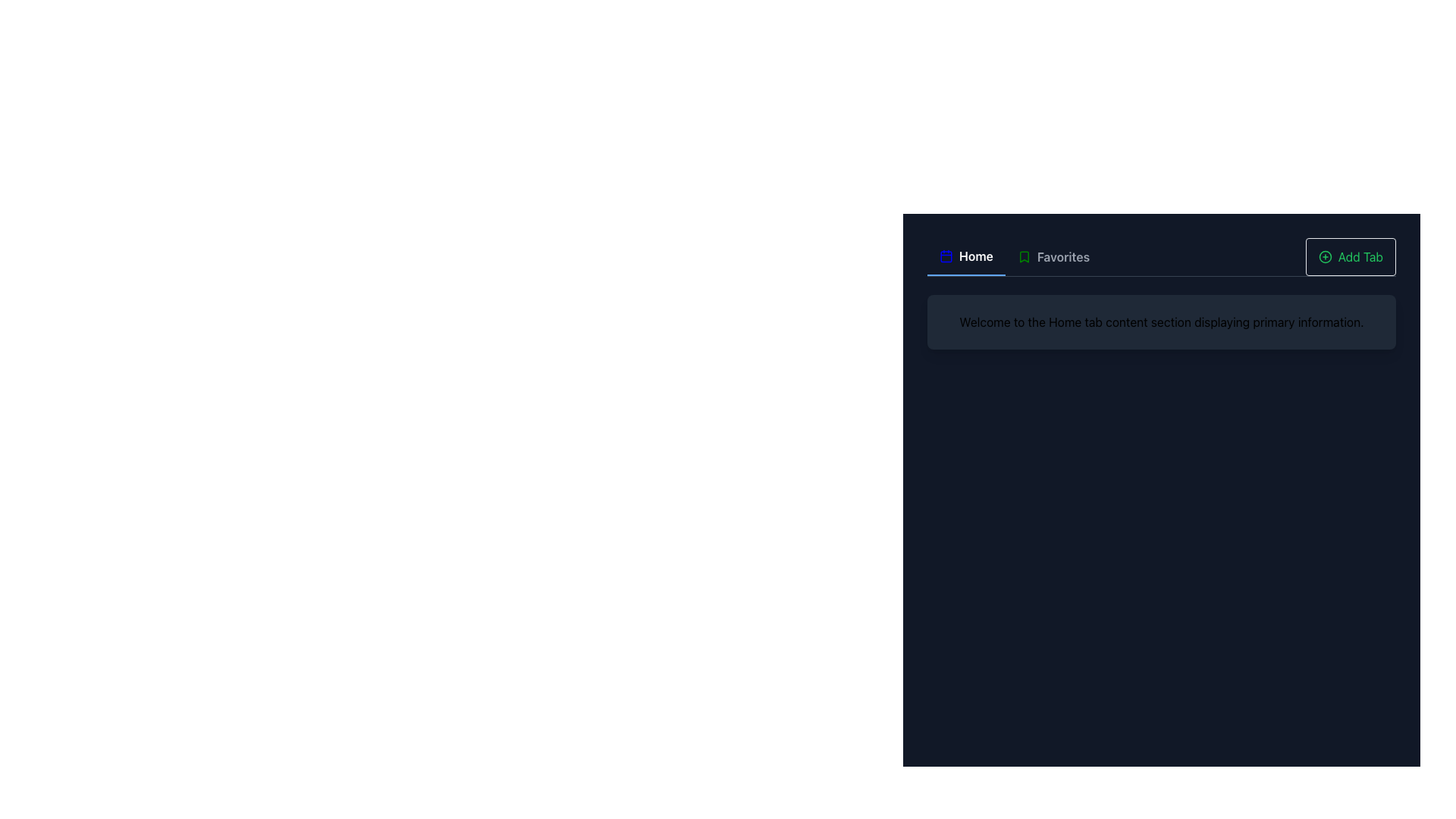 The height and width of the screenshot is (819, 1456). What do you see at coordinates (965, 256) in the screenshot?
I see `the leftmost navigation button labeled 'Home' in the top navigation bar` at bounding box center [965, 256].